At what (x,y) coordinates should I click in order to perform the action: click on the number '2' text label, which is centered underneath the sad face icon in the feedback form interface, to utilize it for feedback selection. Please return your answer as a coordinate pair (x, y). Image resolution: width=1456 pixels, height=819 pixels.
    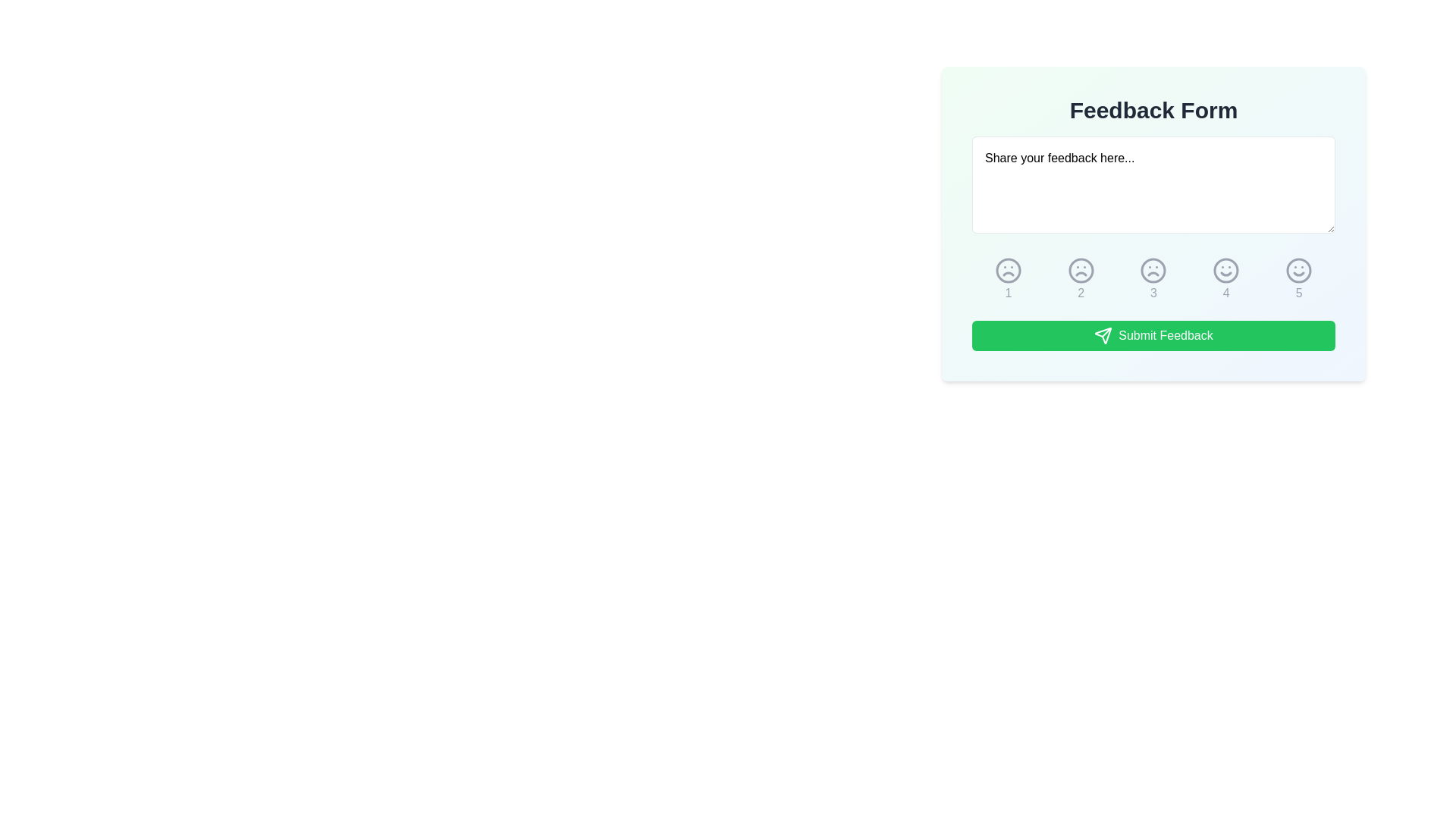
    Looking at the image, I should click on (1080, 293).